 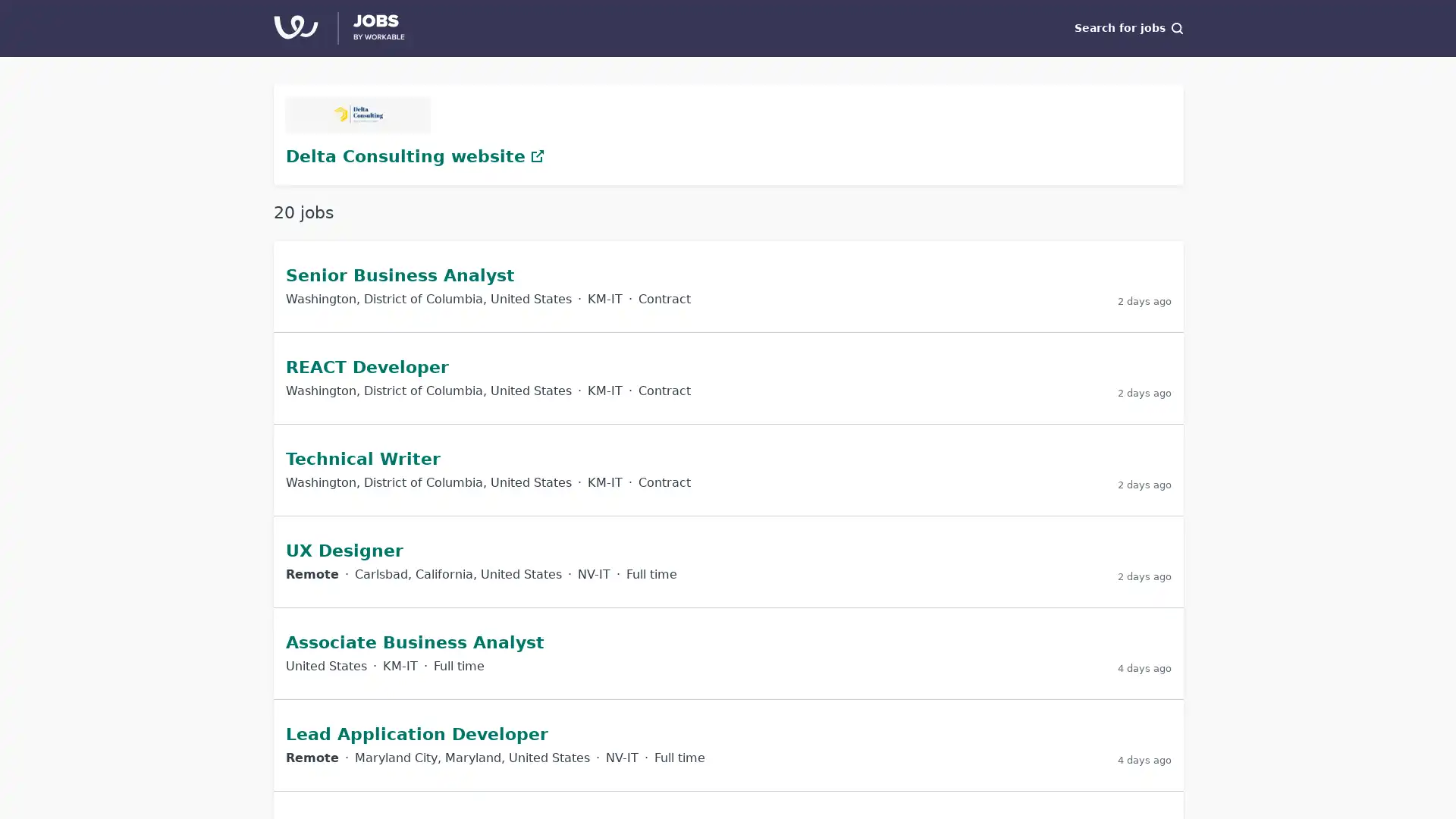 What do you see at coordinates (728, 468) in the screenshot?
I see `Technical Writer at Delta Consulting` at bounding box center [728, 468].